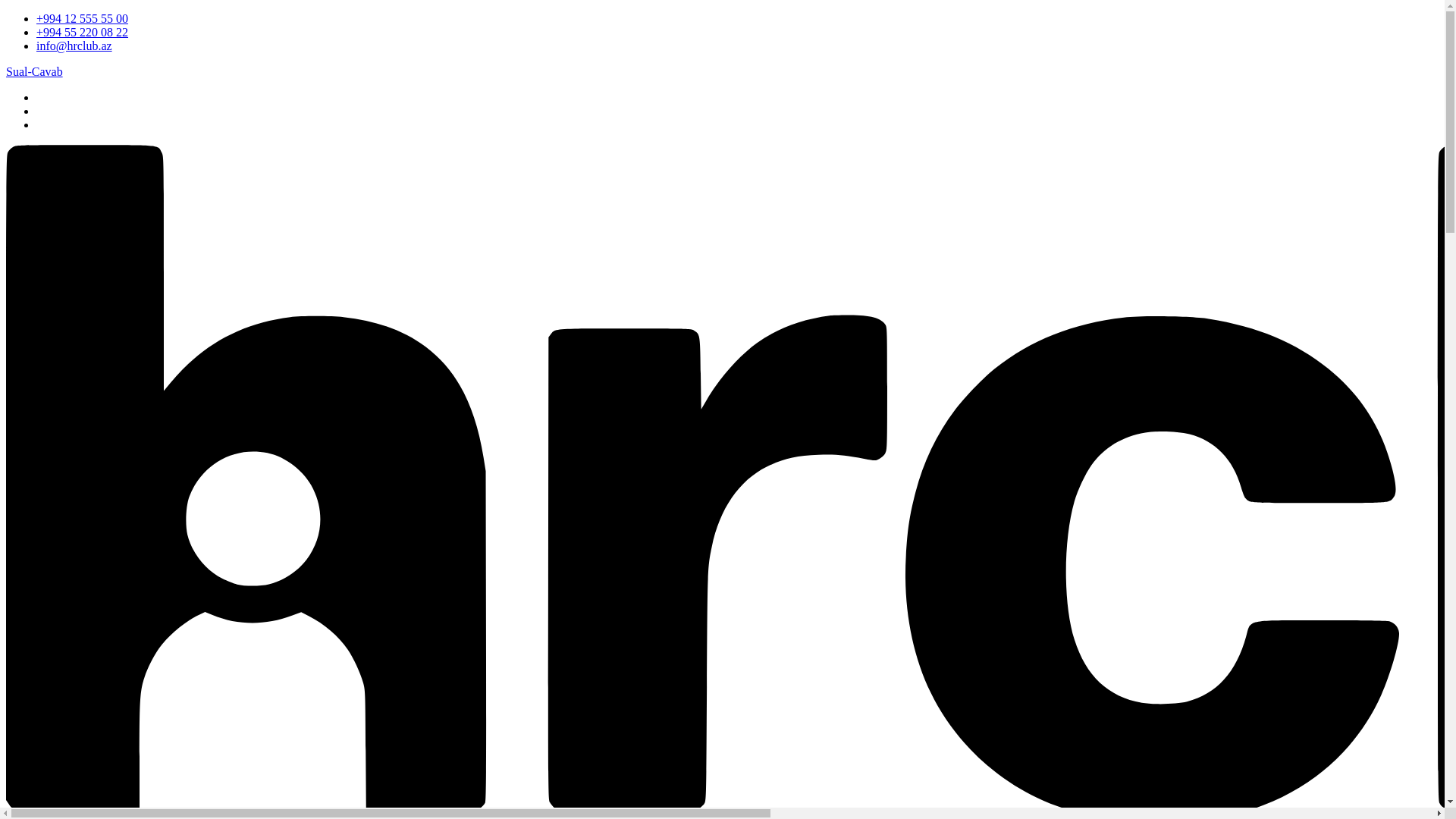 The image size is (1456, 819). I want to click on '+994 12 555 55 00', so click(81, 18).